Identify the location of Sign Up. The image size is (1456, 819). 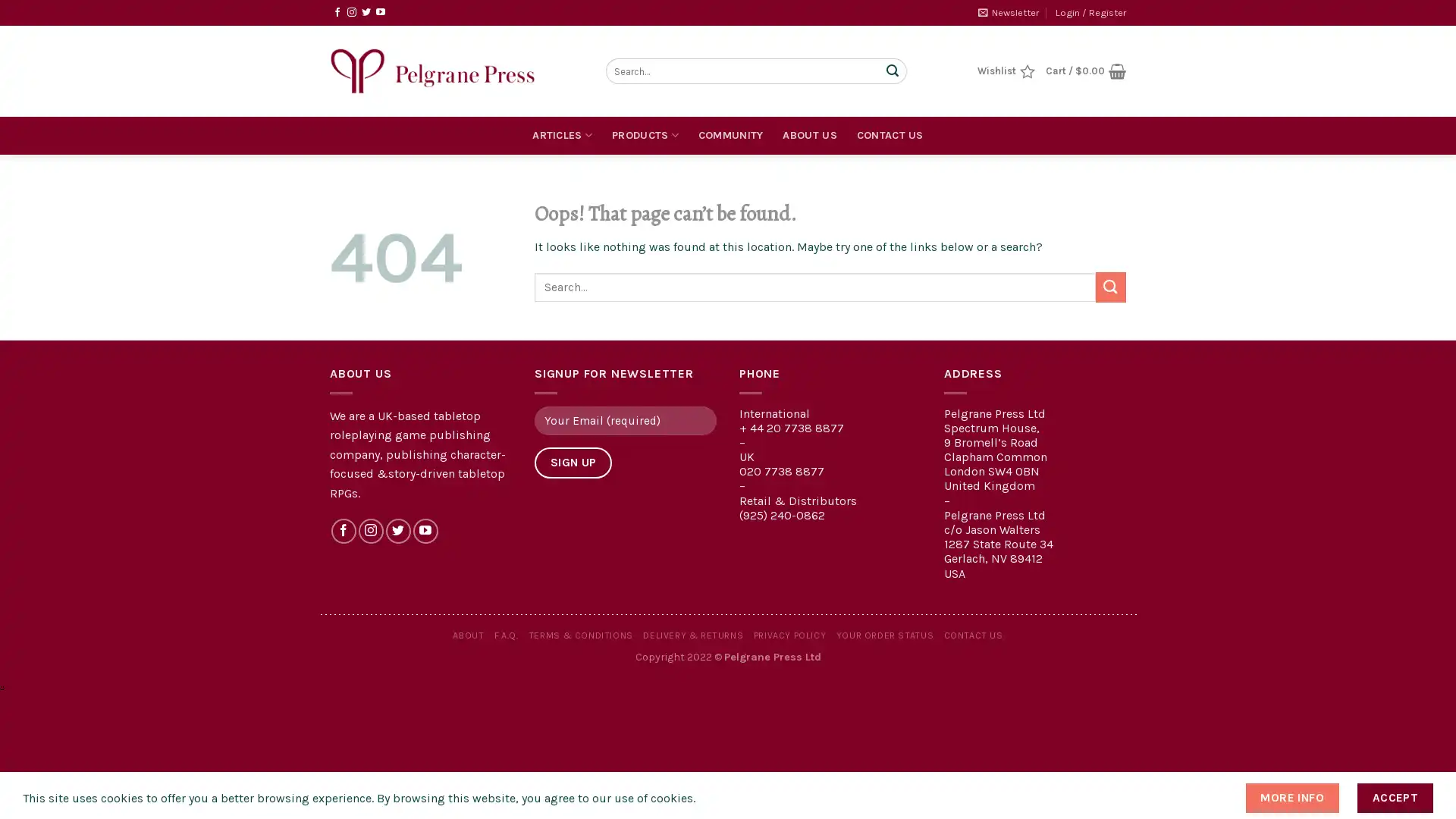
(572, 461).